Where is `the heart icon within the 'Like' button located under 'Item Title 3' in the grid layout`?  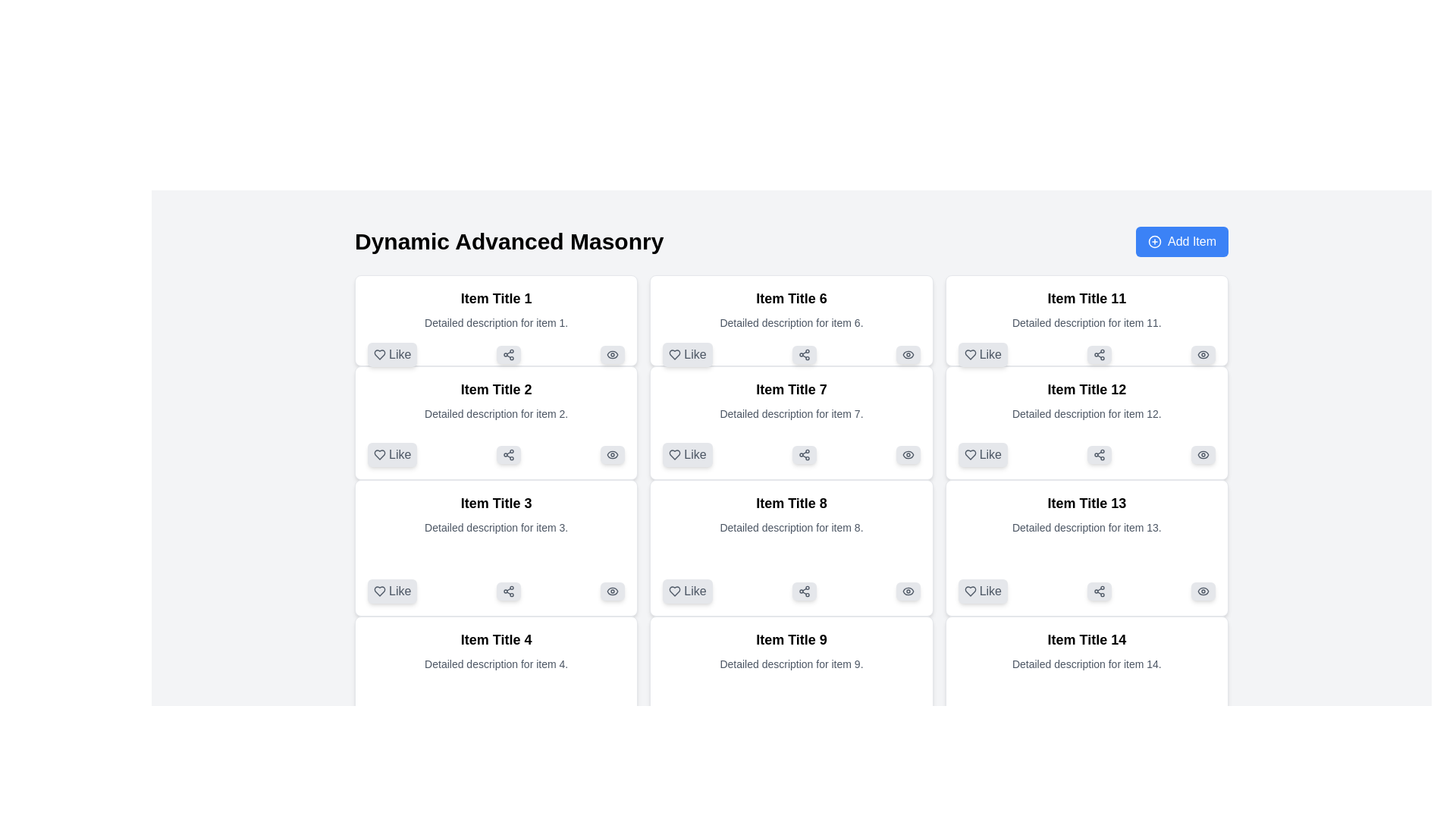 the heart icon within the 'Like' button located under 'Item Title 3' in the grid layout is located at coordinates (379, 590).